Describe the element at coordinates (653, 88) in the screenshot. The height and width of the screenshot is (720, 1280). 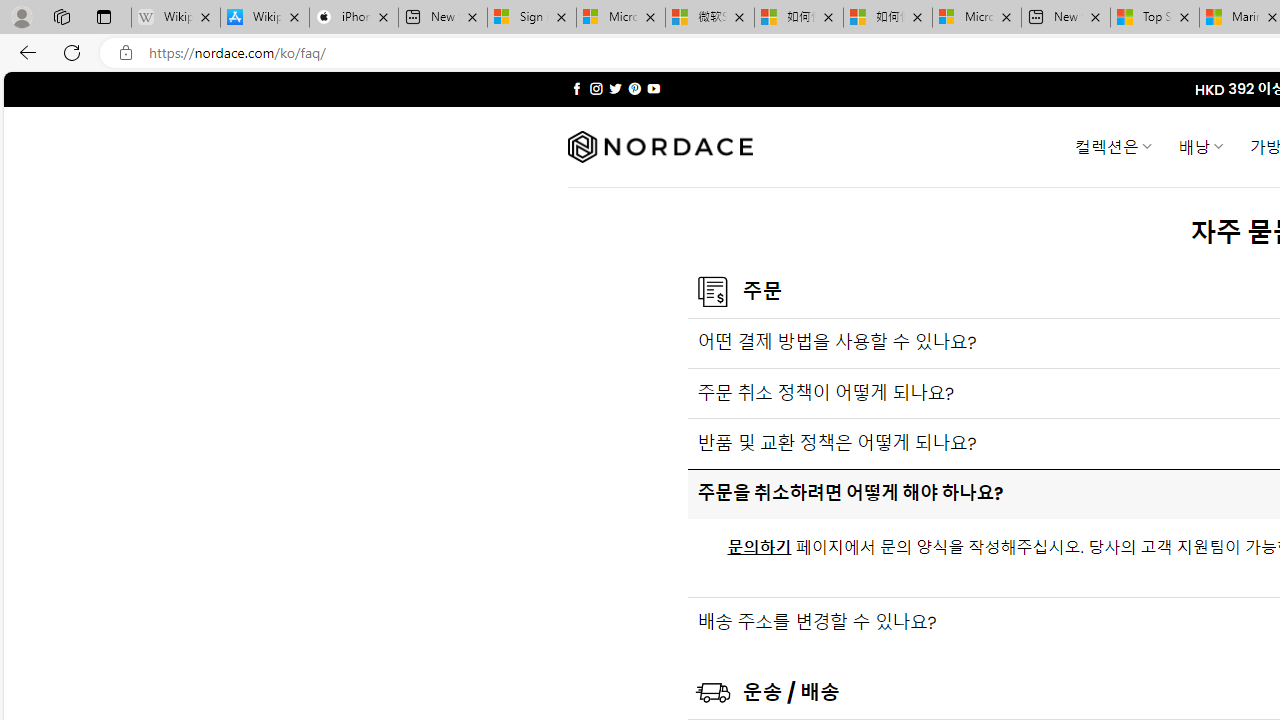
I see `'Follow on YouTube'` at that location.